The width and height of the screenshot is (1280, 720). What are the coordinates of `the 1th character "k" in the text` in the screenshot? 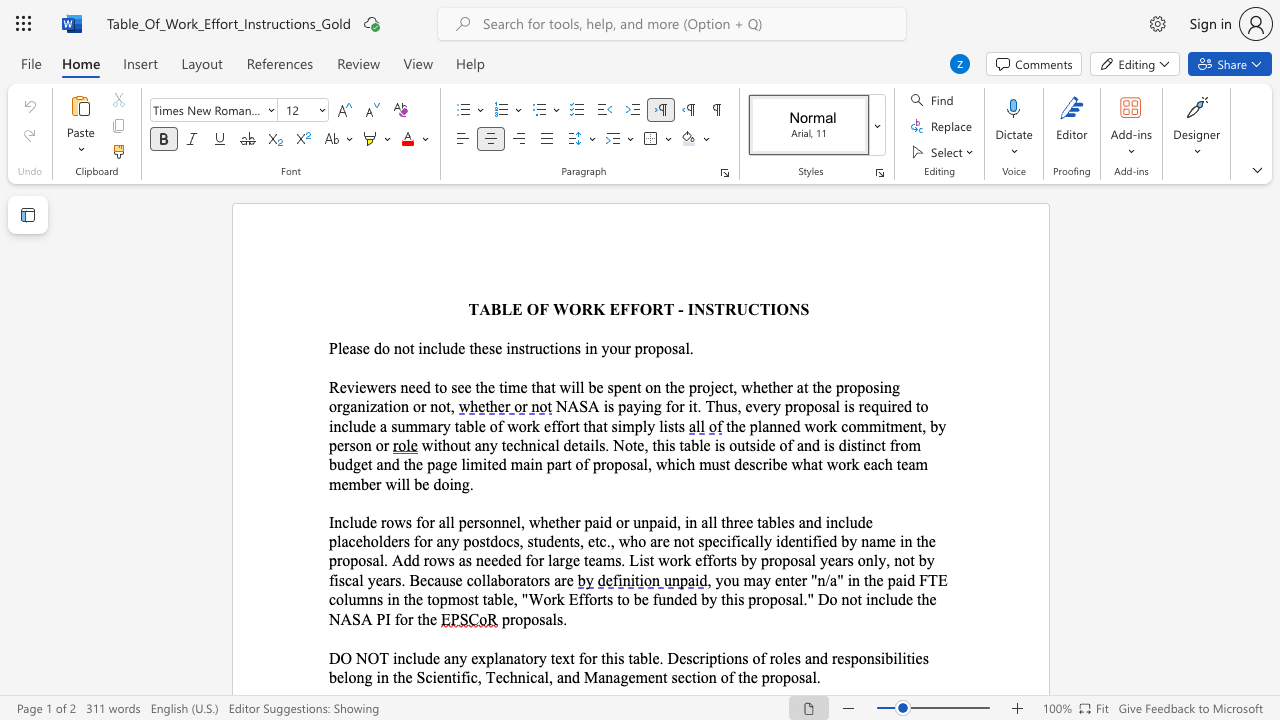 It's located at (833, 425).